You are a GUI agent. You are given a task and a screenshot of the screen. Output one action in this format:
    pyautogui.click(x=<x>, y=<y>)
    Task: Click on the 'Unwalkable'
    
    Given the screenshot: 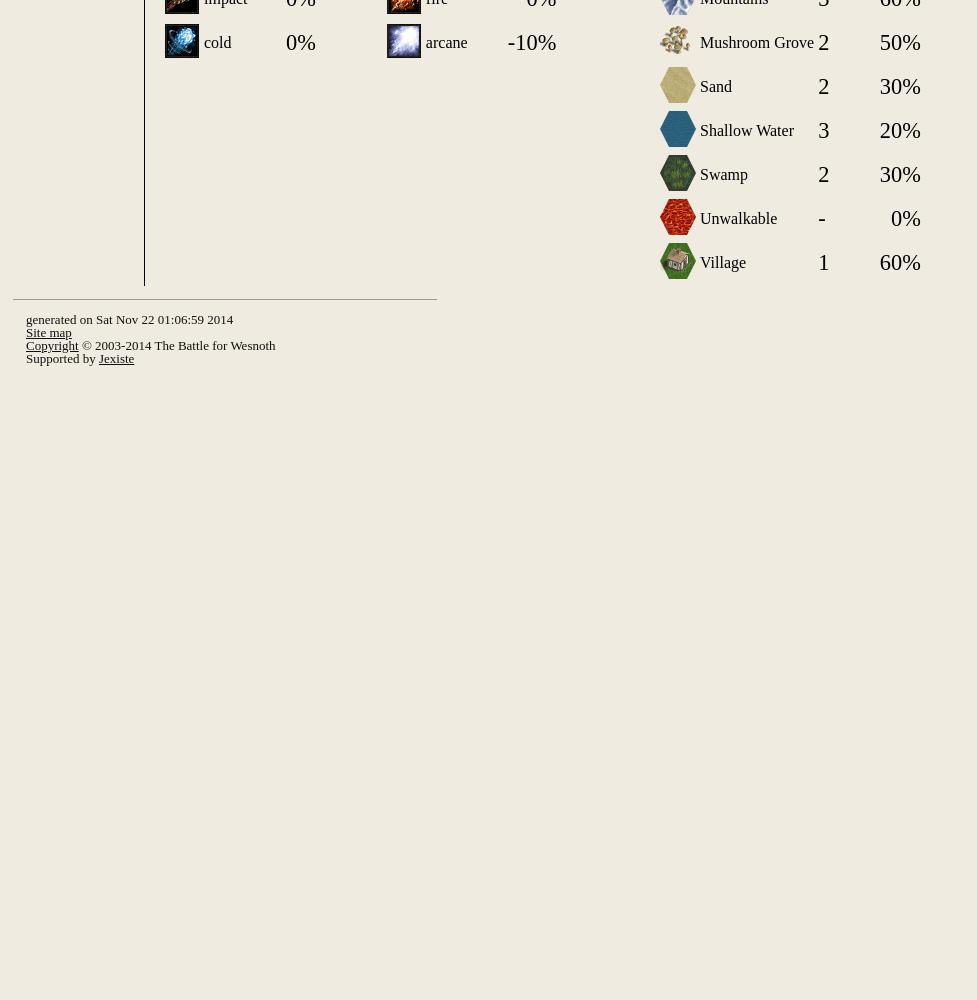 What is the action you would take?
    pyautogui.click(x=738, y=216)
    